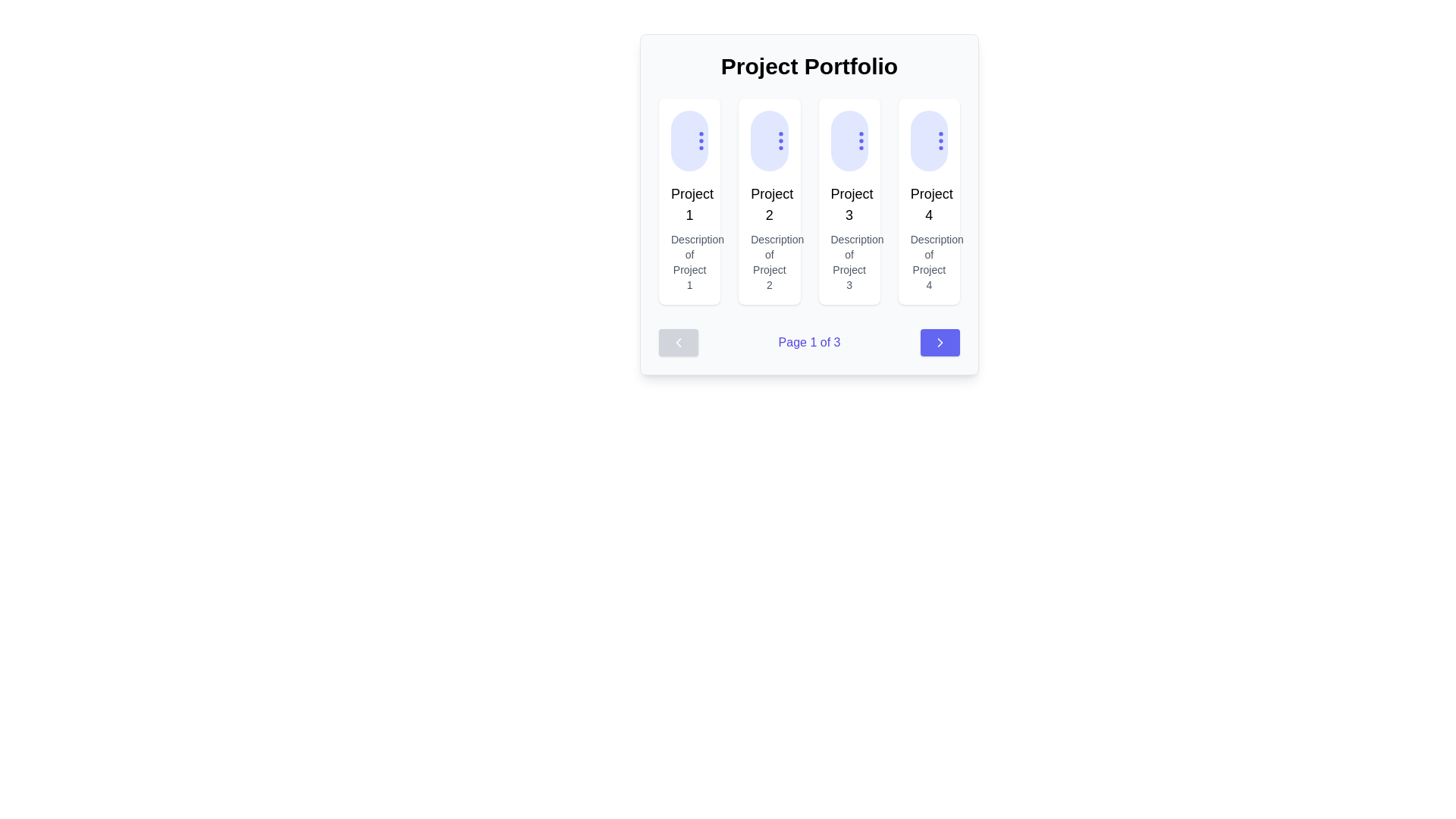 Image resolution: width=1456 pixels, height=819 pixels. What do you see at coordinates (849, 262) in the screenshot?
I see `static text element displaying 'Description of Project 3', which is styled with a smaller gray font and located in the third card from the left, below the heading 'Project 3'` at bounding box center [849, 262].